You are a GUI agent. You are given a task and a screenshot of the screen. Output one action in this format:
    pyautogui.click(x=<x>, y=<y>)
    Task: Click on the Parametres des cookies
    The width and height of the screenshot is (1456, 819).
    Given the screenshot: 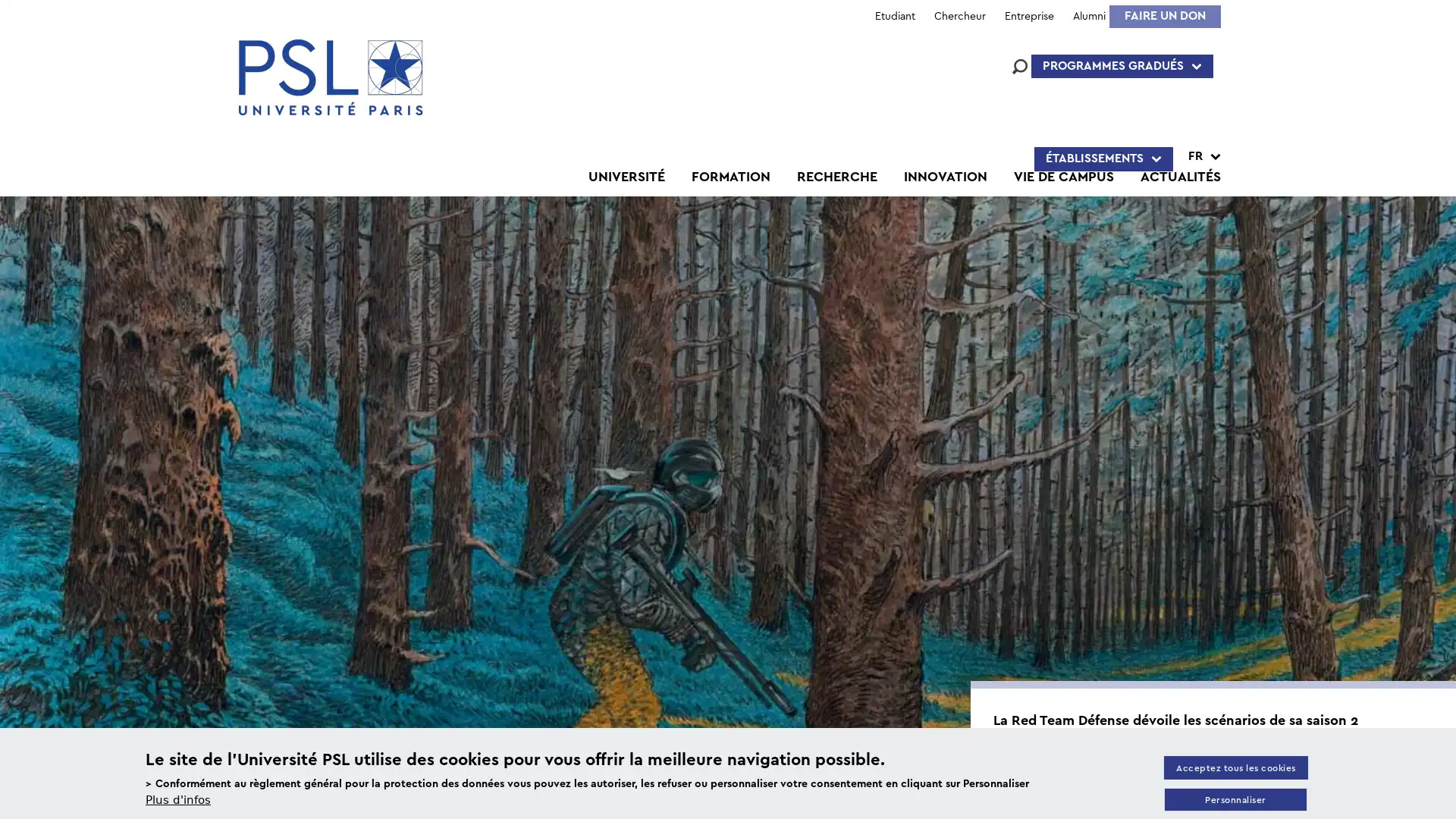 What is the action you would take?
    pyautogui.click(x=1234, y=799)
    